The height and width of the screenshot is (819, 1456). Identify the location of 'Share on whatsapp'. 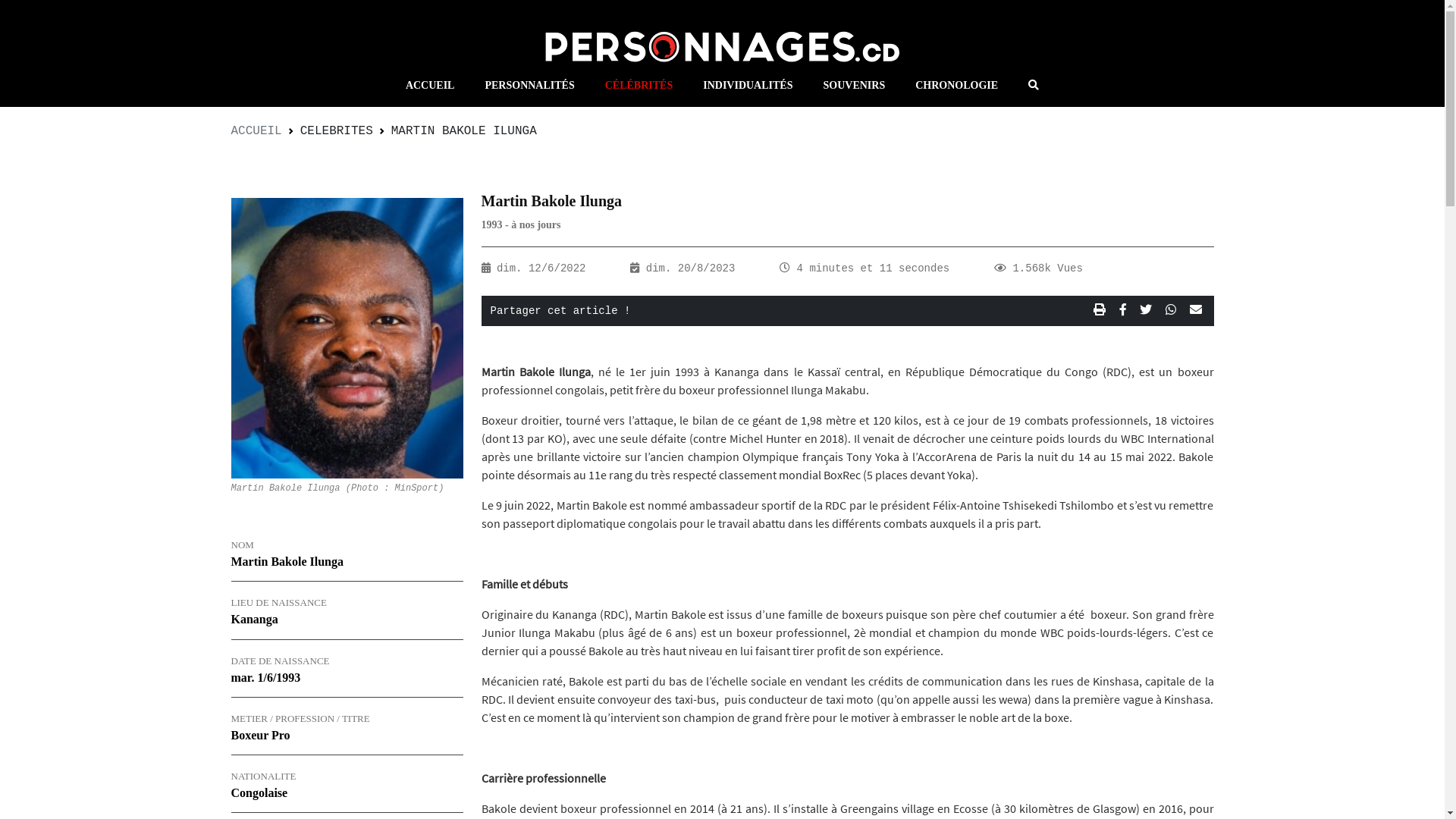
(1161, 309).